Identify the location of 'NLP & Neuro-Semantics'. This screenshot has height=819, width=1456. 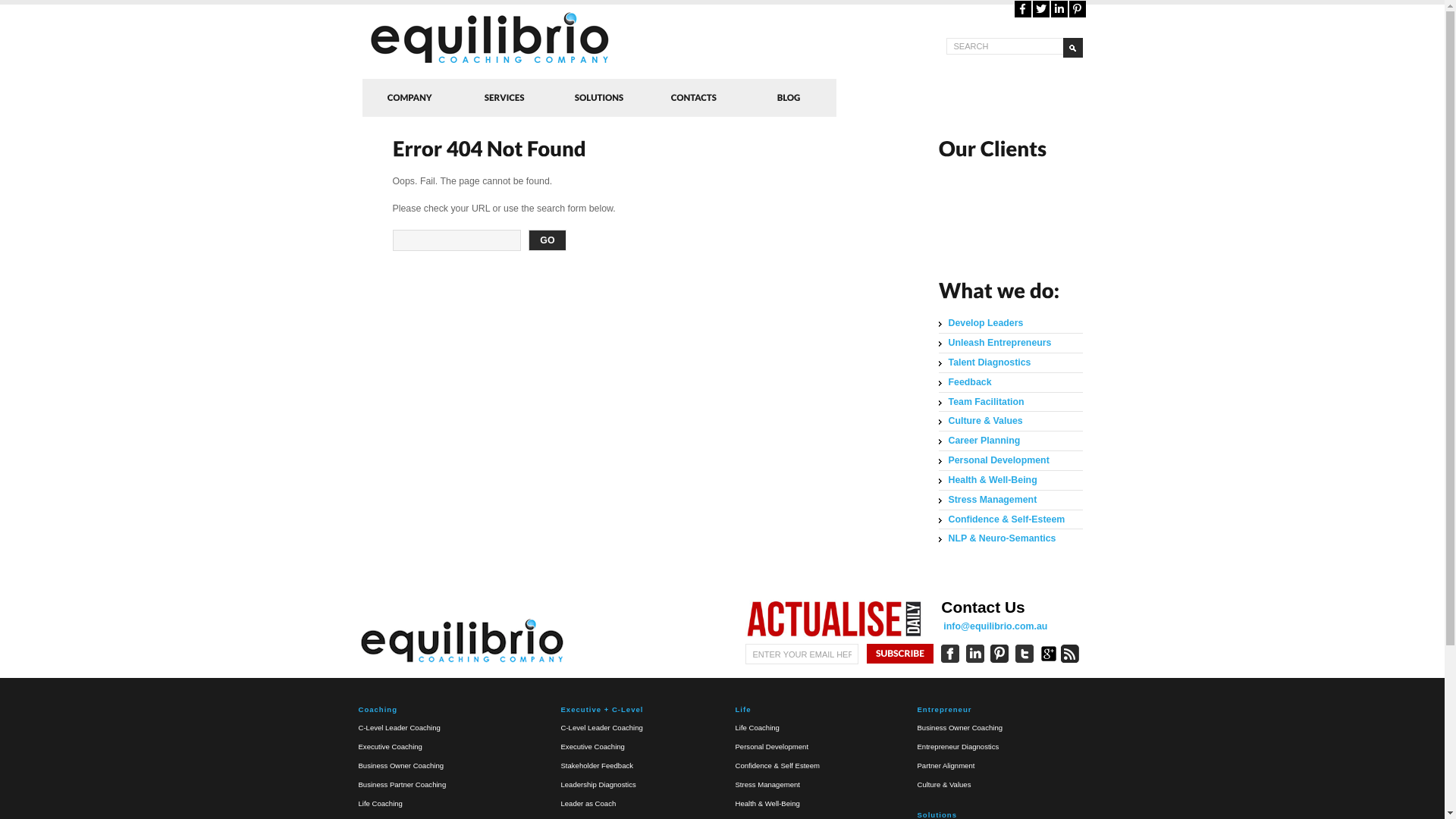
(999, 538).